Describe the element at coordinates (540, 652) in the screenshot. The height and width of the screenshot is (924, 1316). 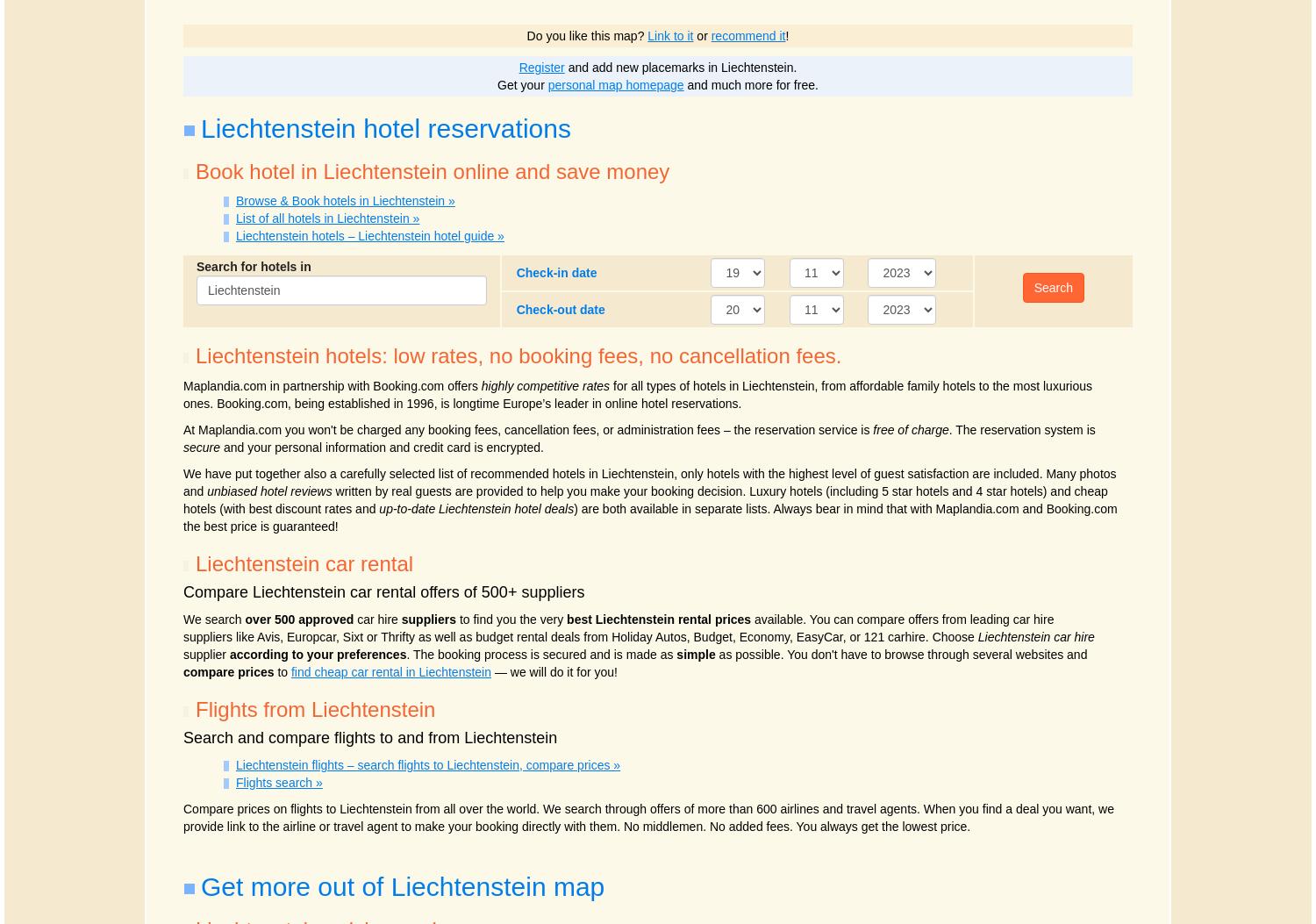
I see `'. The booking process is secured and is made as'` at that location.